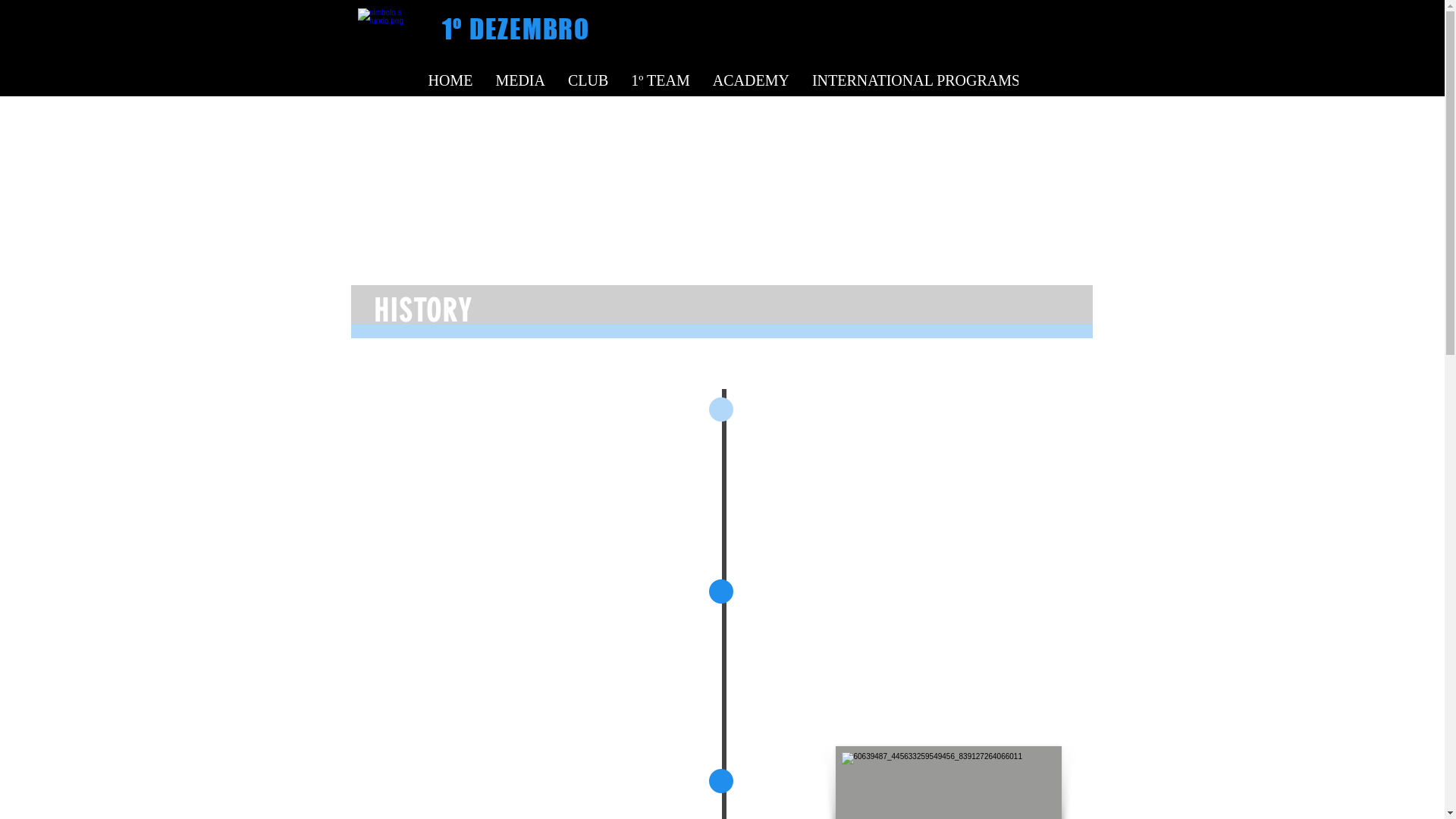  I want to click on 'HOME', so click(450, 83).